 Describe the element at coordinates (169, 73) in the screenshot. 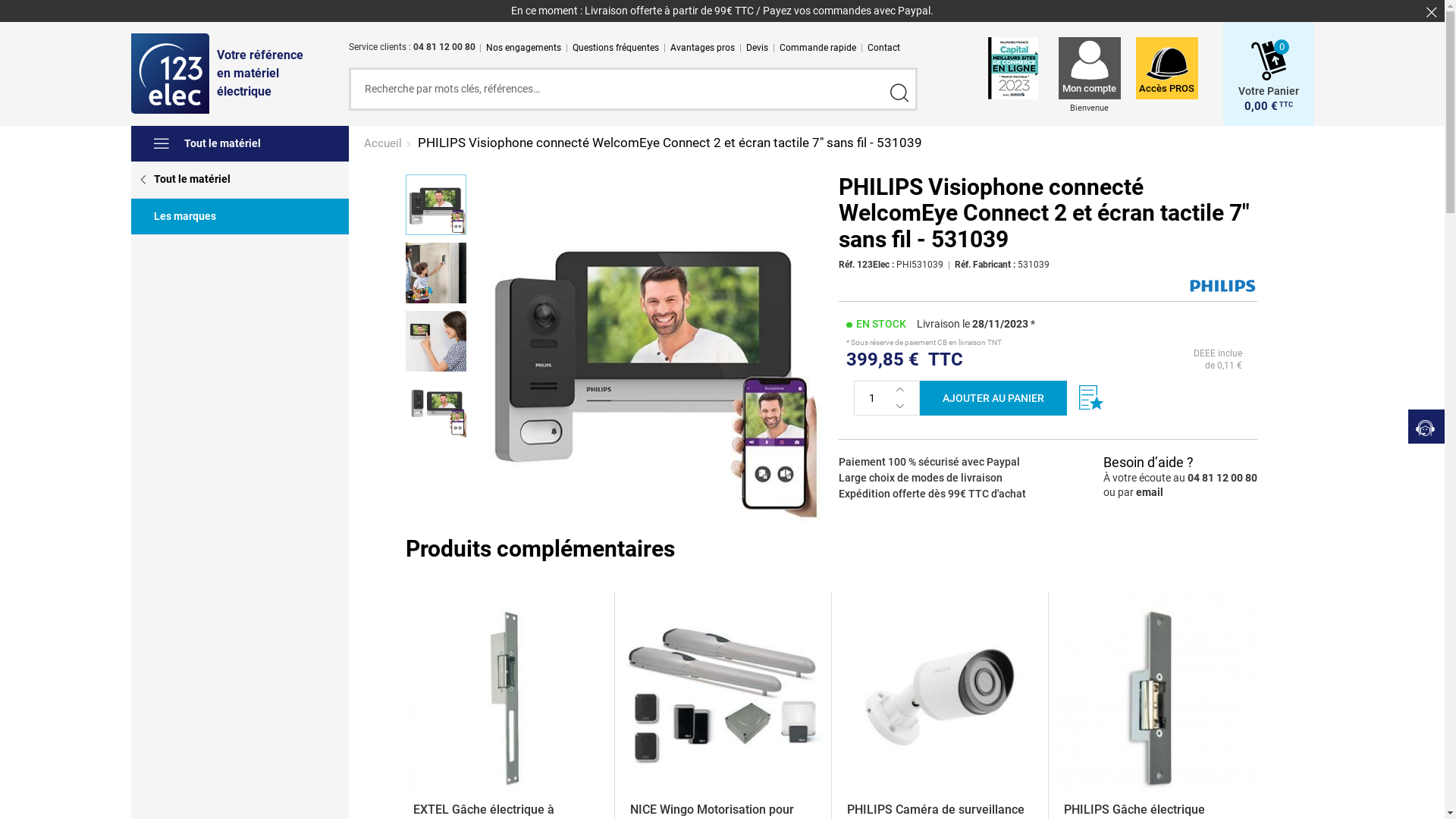

I see `'123elec'` at that location.